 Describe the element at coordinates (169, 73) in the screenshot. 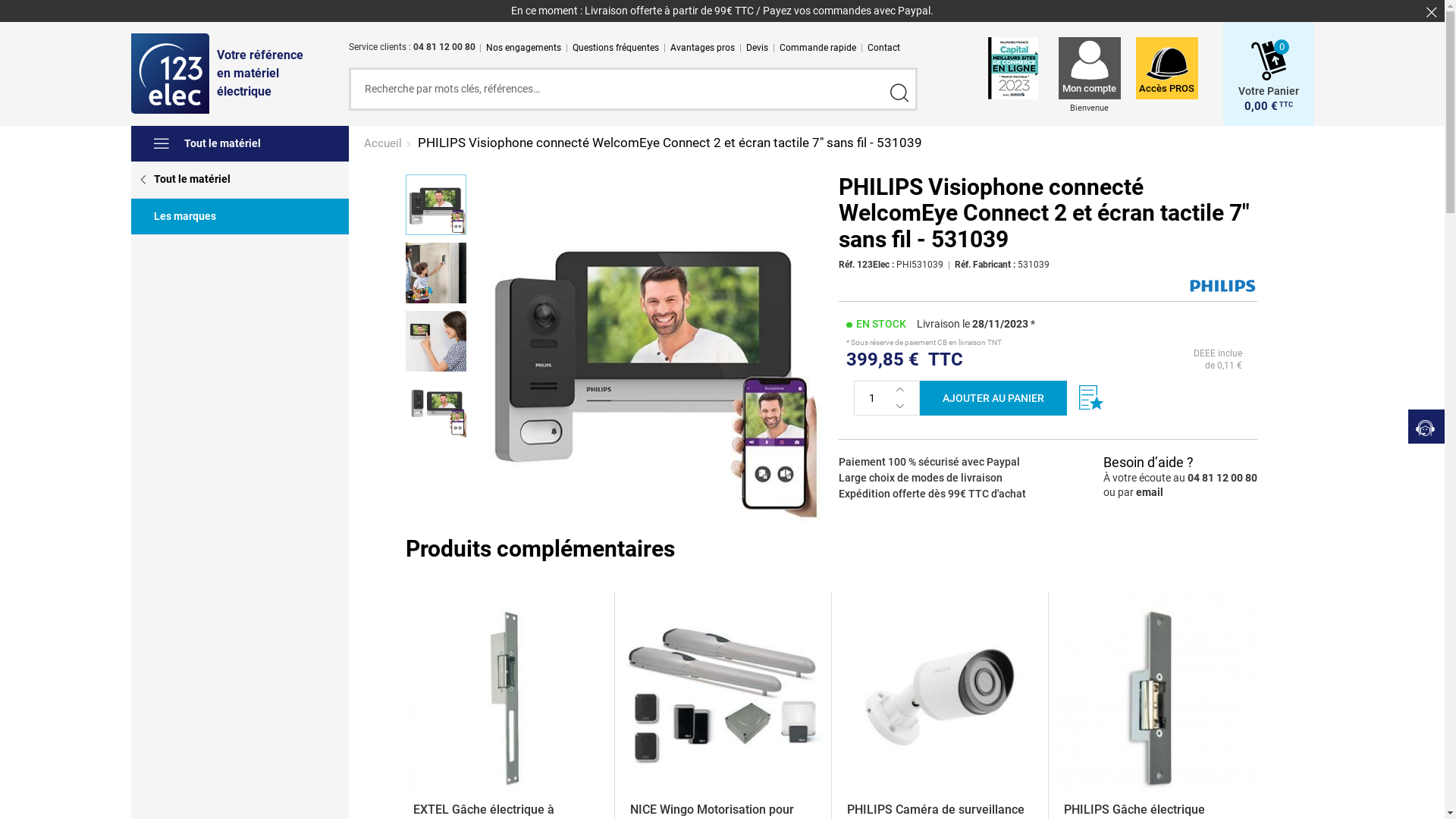

I see `'123elec'` at that location.